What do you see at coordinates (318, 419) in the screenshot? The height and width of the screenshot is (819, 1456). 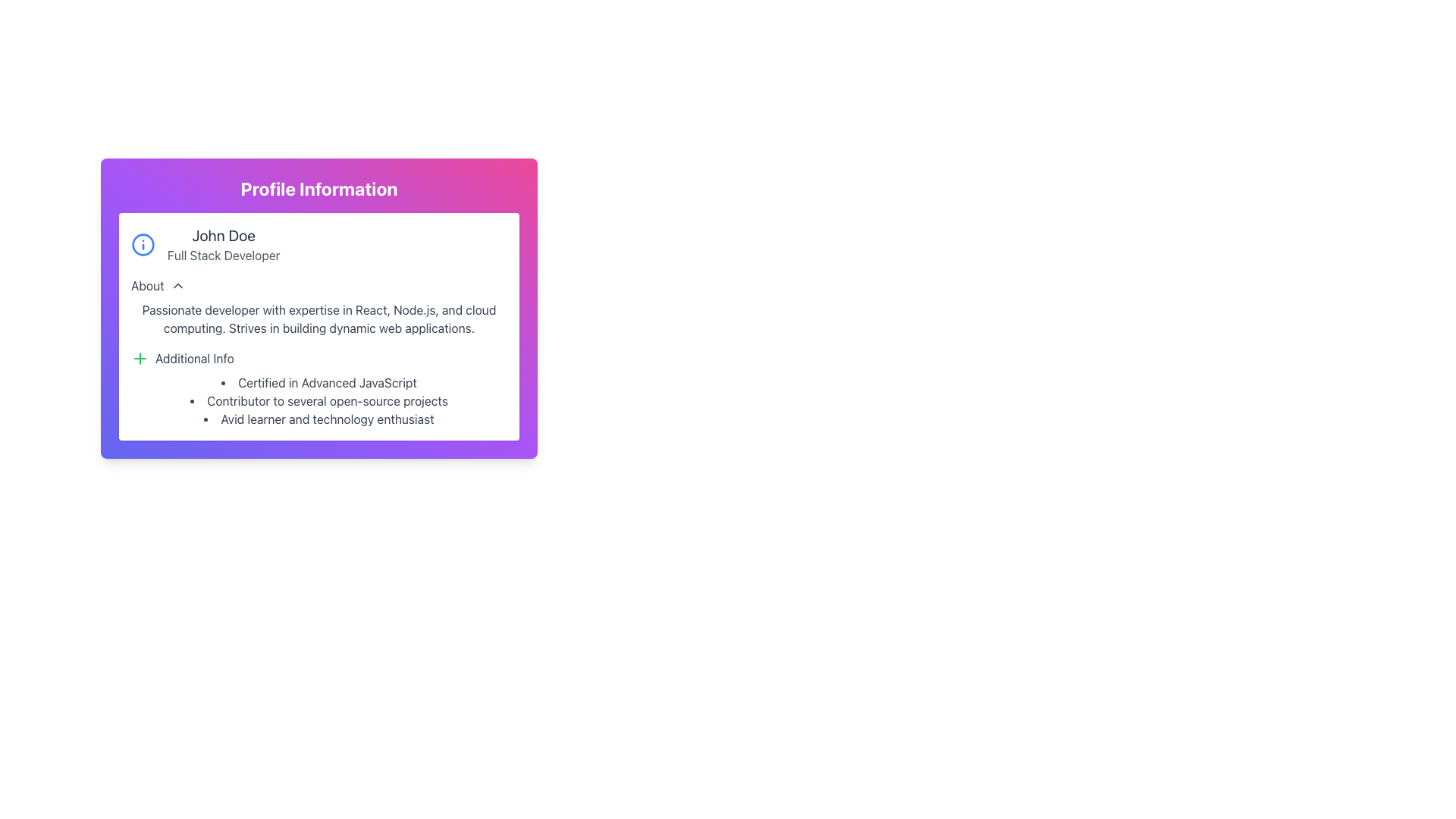 I see `the list item displaying the text 'Avid learner and technology enthusiast' in the 'Additional Info' section of the profile card` at bounding box center [318, 419].